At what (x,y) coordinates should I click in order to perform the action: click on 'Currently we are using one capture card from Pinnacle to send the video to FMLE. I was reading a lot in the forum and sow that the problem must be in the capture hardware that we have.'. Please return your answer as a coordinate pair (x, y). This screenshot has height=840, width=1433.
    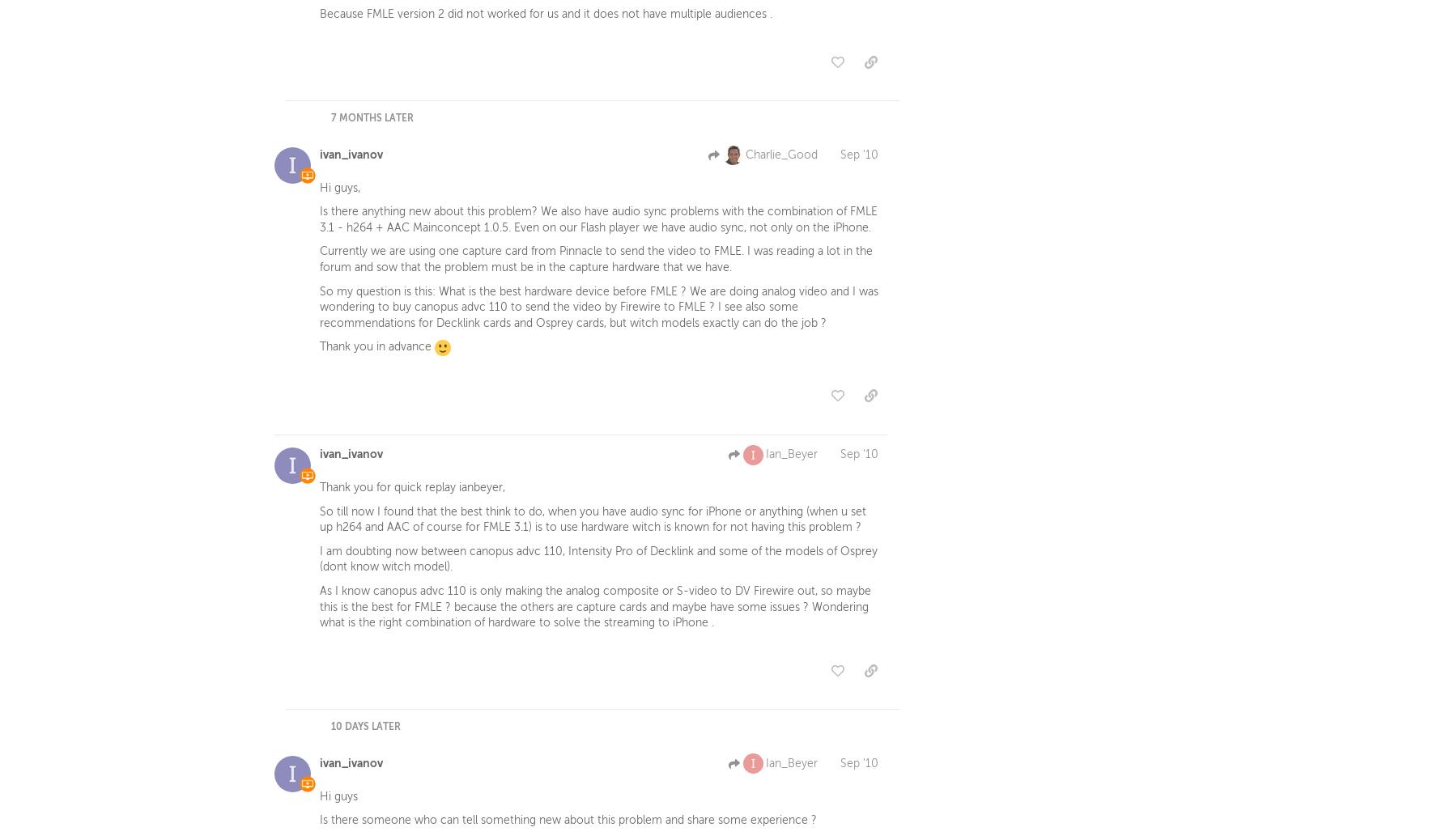
    Looking at the image, I should click on (319, 262).